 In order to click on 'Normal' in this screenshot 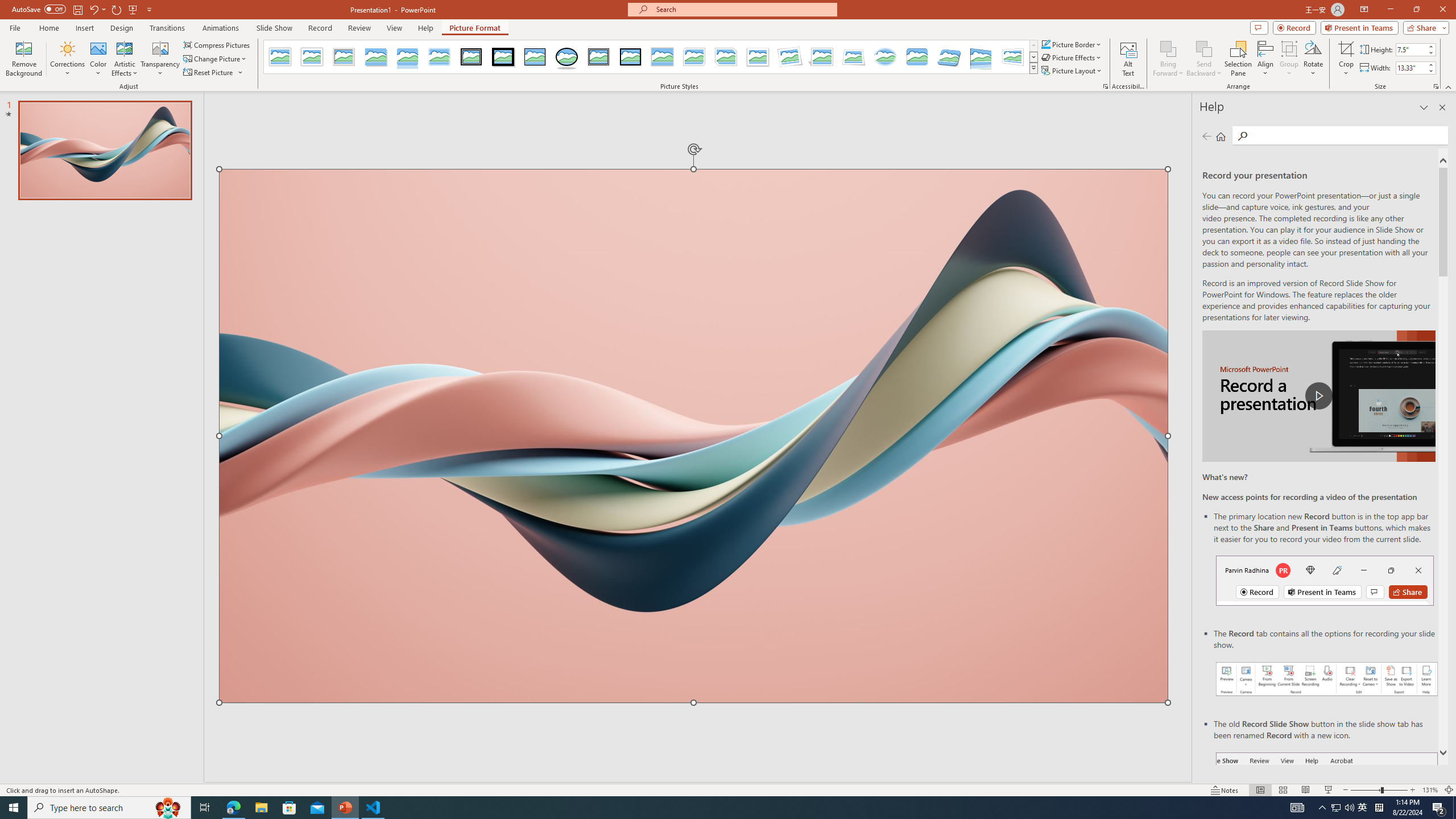, I will do `click(1259, 790)`.